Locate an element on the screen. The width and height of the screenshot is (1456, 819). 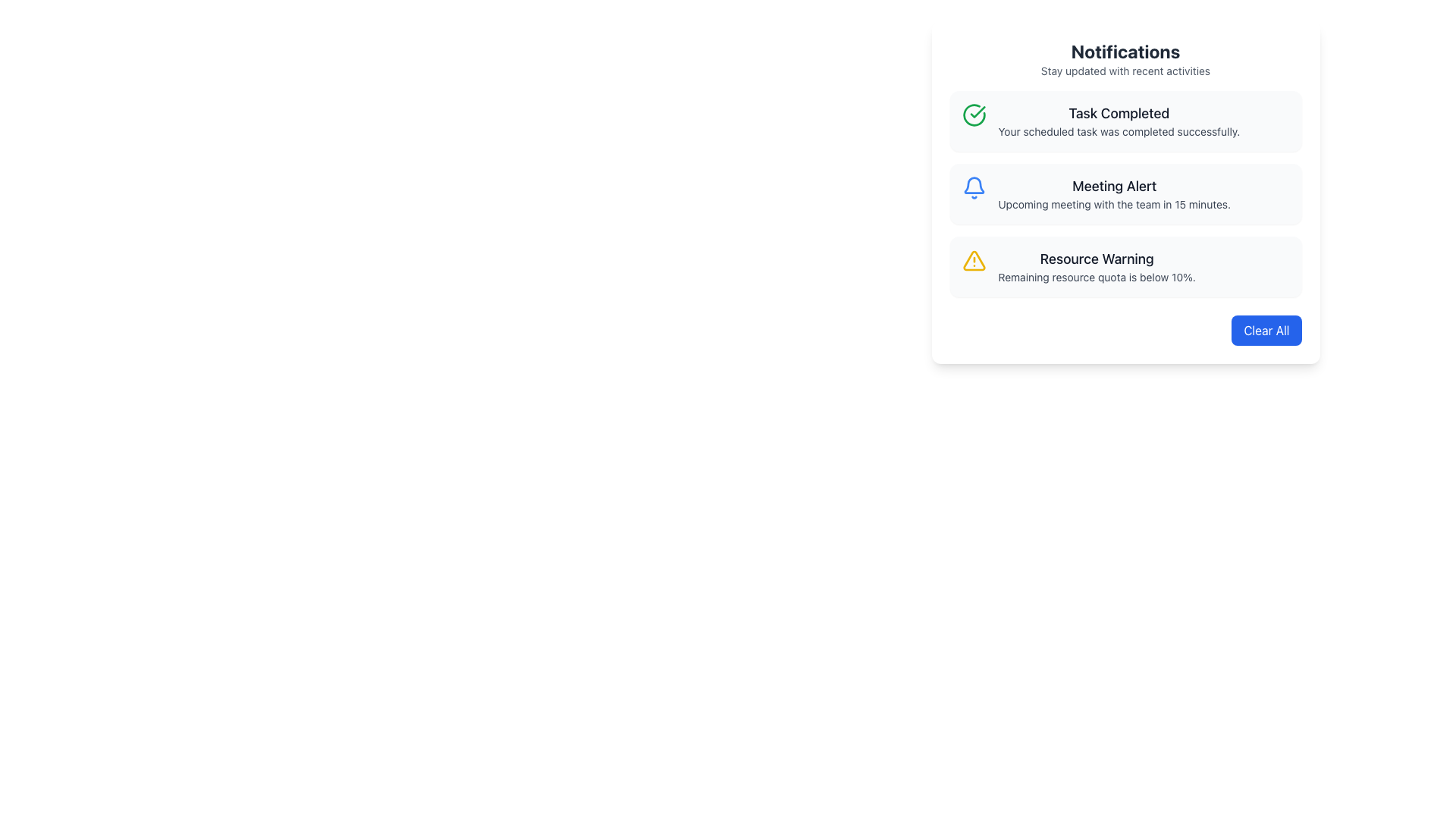
the button located at the bottom-right corner of the notification panel to clear all notifications is located at coordinates (1266, 329).